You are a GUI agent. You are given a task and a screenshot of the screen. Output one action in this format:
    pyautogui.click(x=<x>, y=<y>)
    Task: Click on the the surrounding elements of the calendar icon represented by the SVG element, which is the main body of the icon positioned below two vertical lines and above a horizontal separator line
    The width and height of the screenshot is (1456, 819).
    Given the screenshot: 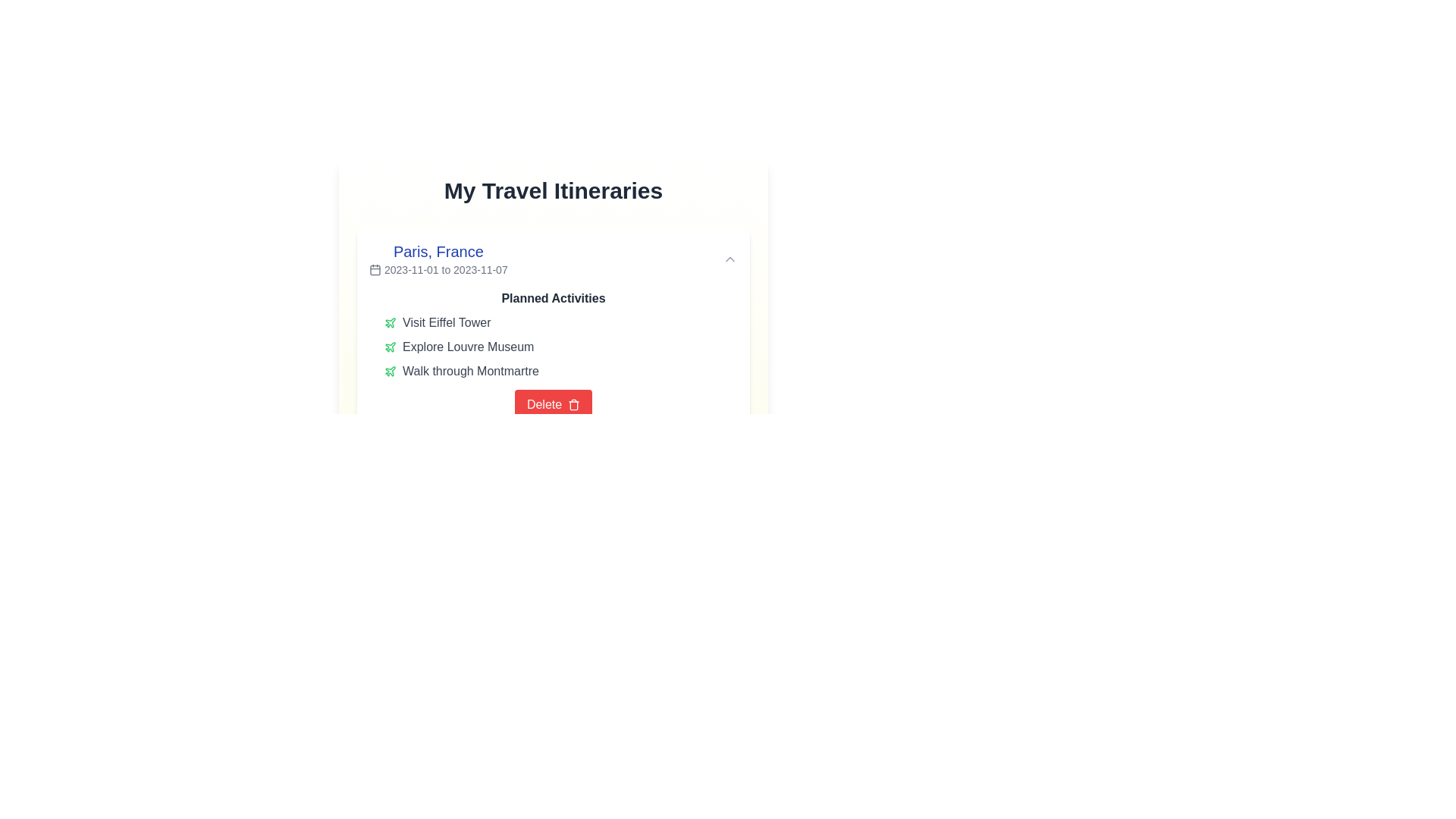 What is the action you would take?
    pyautogui.click(x=375, y=268)
    